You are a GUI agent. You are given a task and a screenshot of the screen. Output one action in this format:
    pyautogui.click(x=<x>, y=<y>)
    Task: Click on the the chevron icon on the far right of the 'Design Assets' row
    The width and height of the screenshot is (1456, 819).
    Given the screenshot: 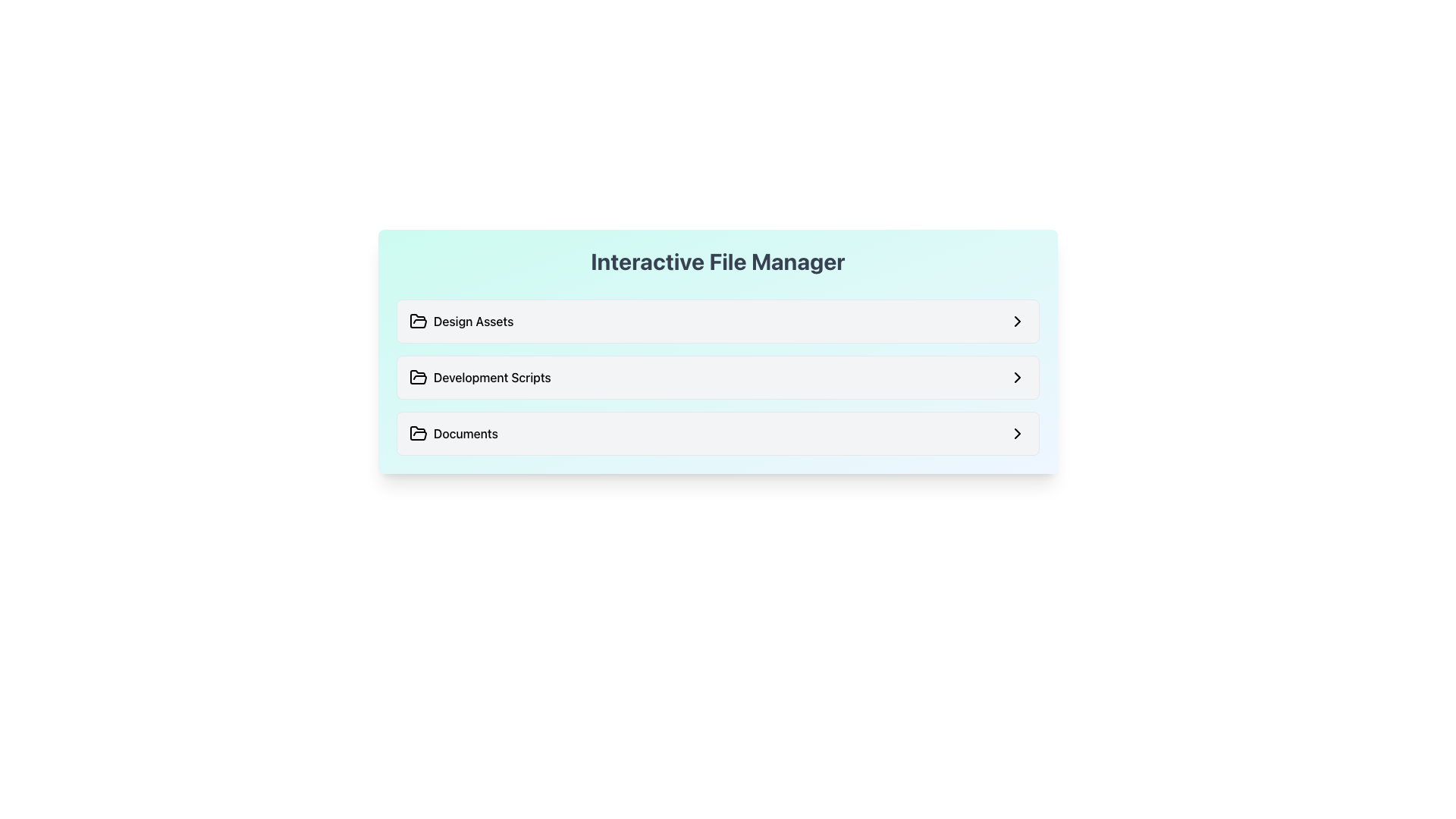 What is the action you would take?
    pyautogui.click(x=1018, y=321)
    